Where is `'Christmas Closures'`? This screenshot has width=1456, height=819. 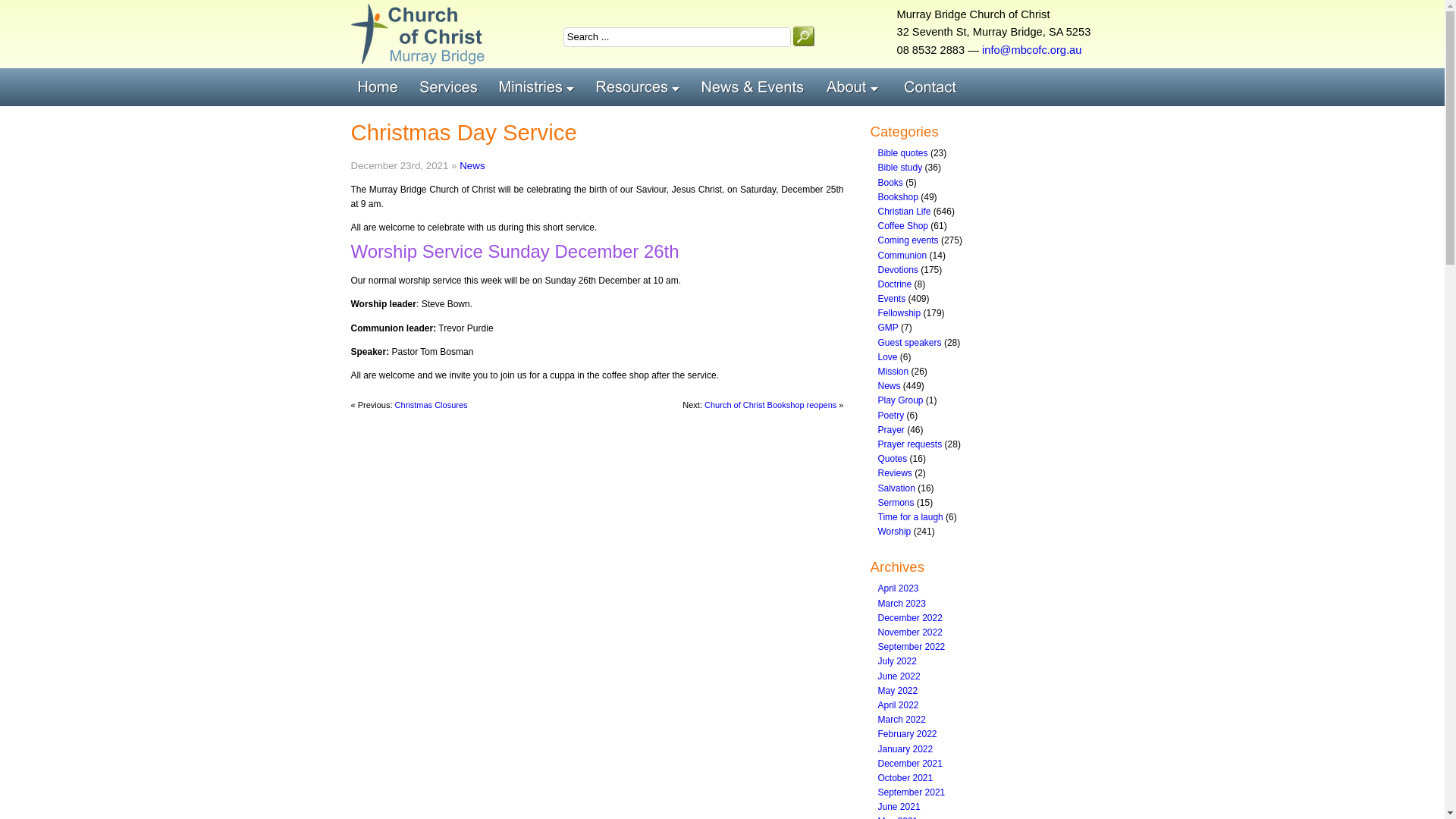 'Christmas Closures' is located at coordinates (431, 403).